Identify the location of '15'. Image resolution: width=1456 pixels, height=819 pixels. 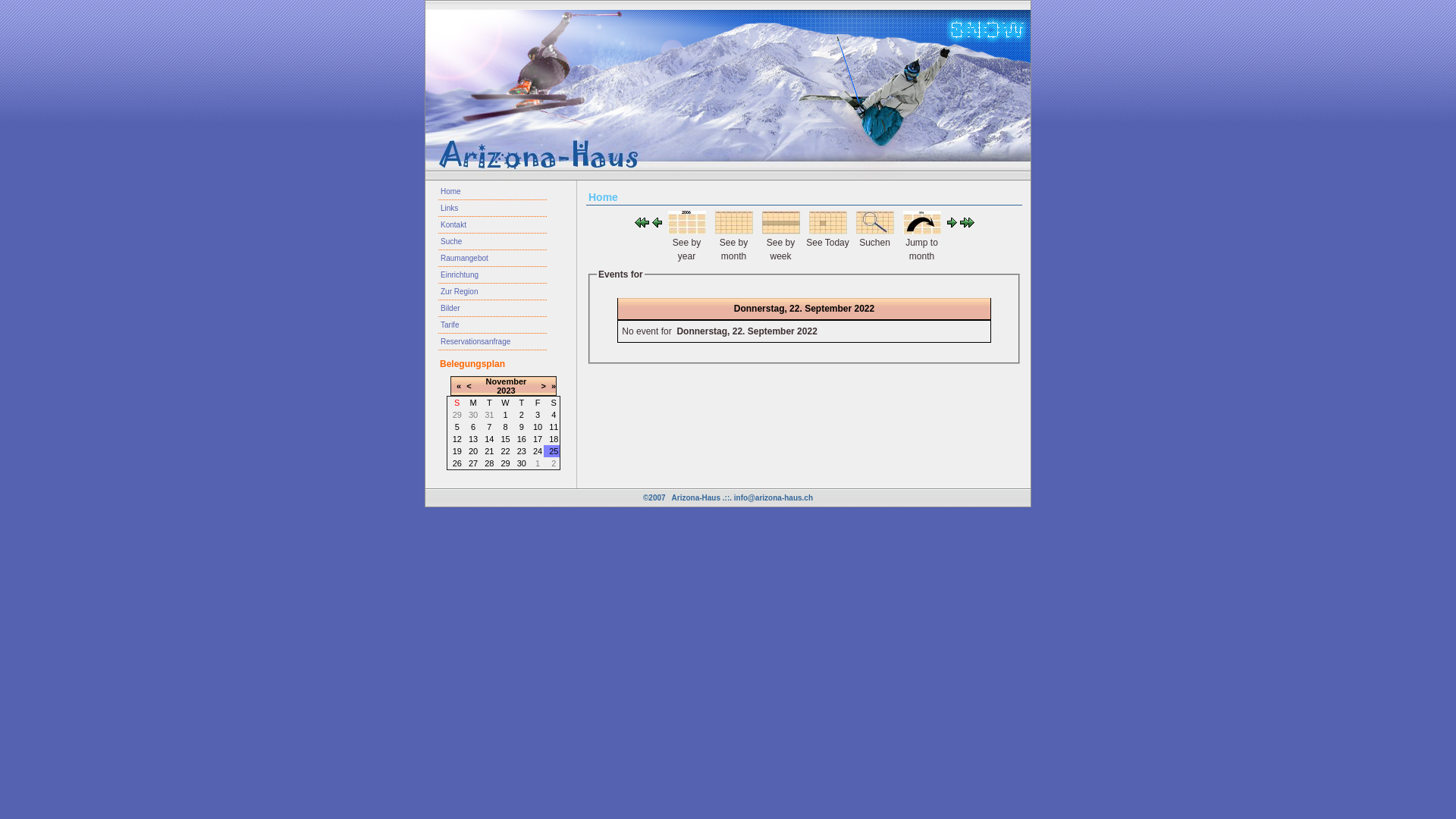
(505, 438).